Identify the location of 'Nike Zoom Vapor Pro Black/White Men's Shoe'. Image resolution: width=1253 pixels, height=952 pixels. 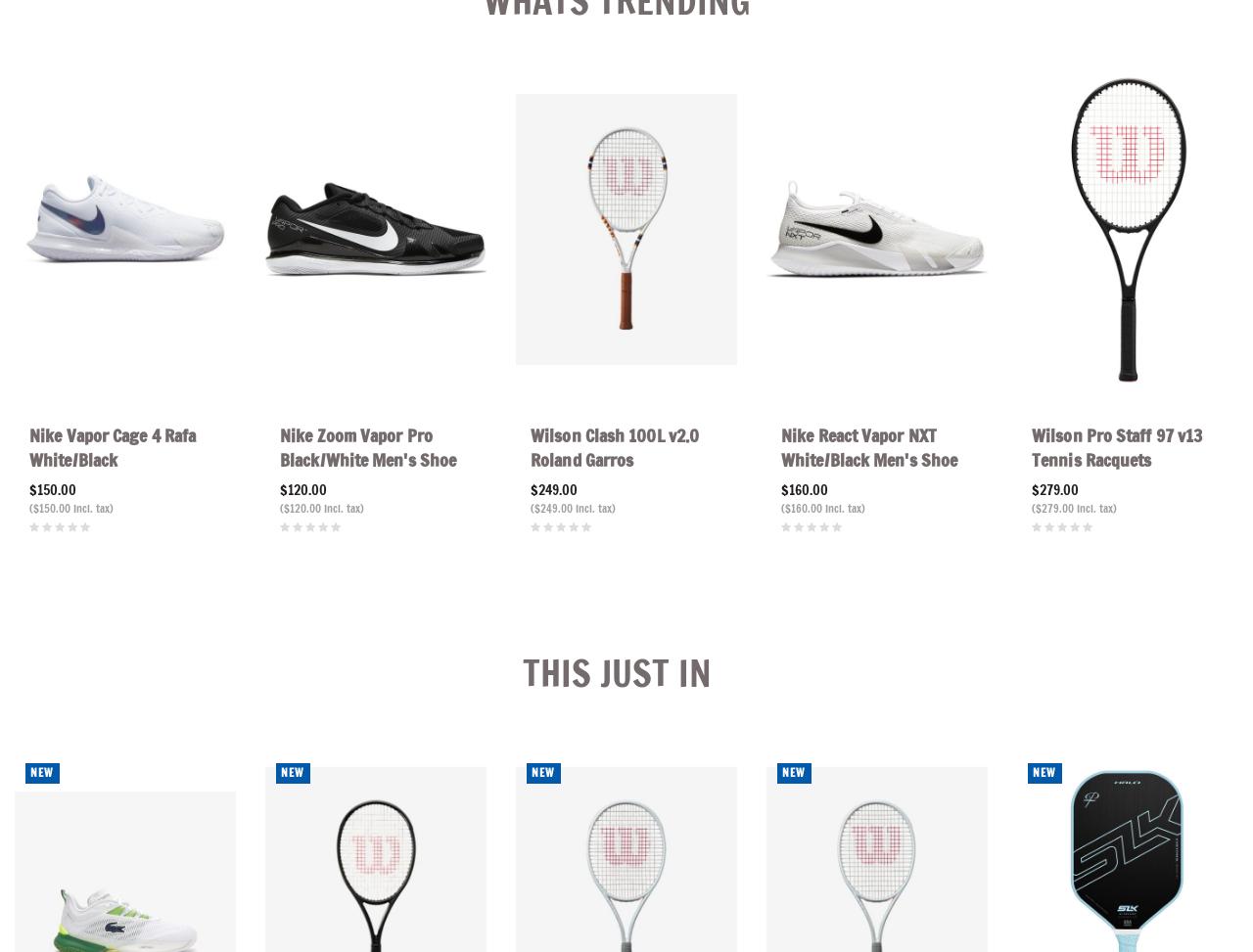
(368, 447).